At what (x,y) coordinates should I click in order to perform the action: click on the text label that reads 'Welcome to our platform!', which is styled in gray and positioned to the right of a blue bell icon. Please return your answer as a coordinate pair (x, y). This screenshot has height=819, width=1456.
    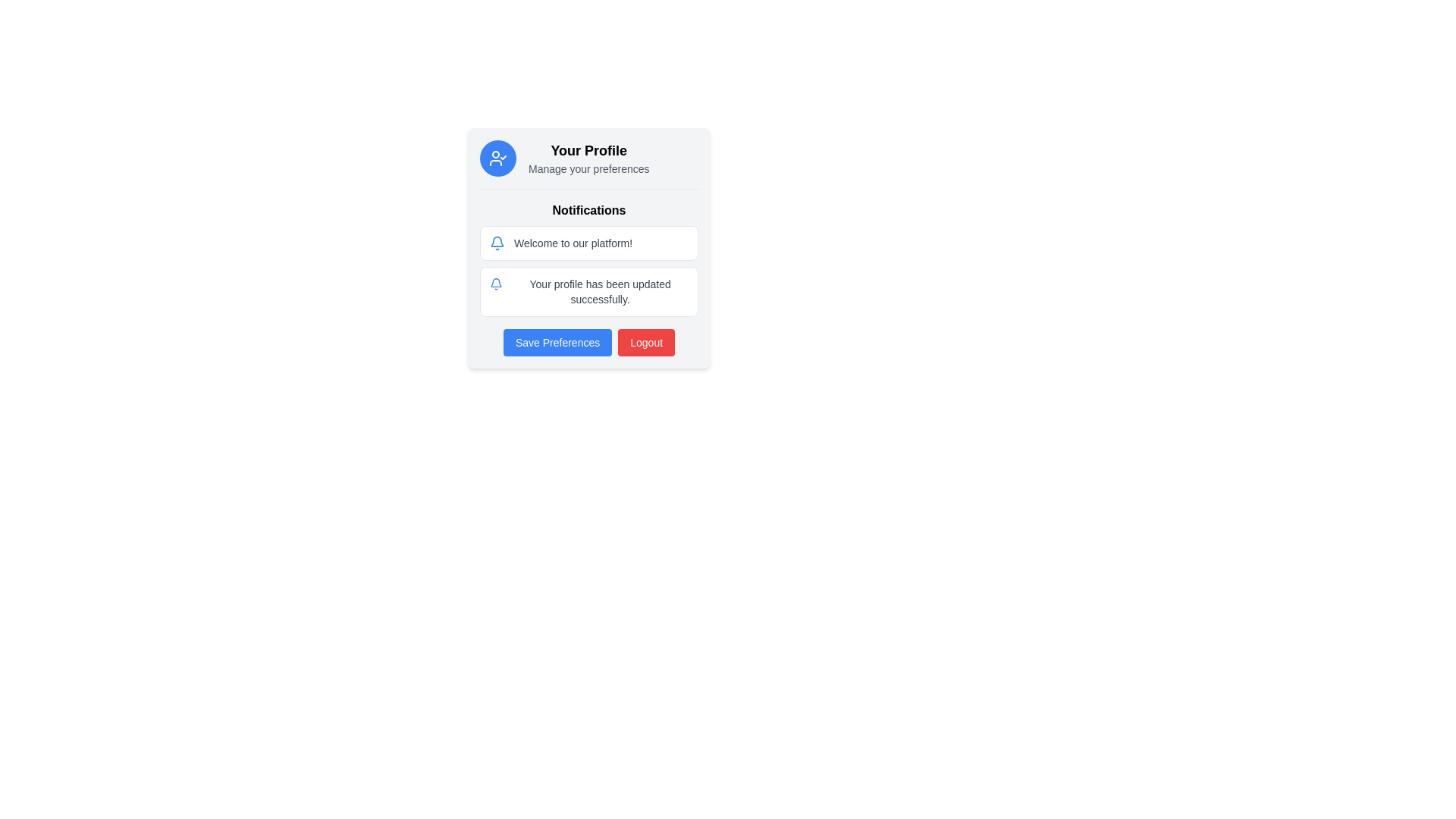
    Looking at the image, I should click on (573, 242).